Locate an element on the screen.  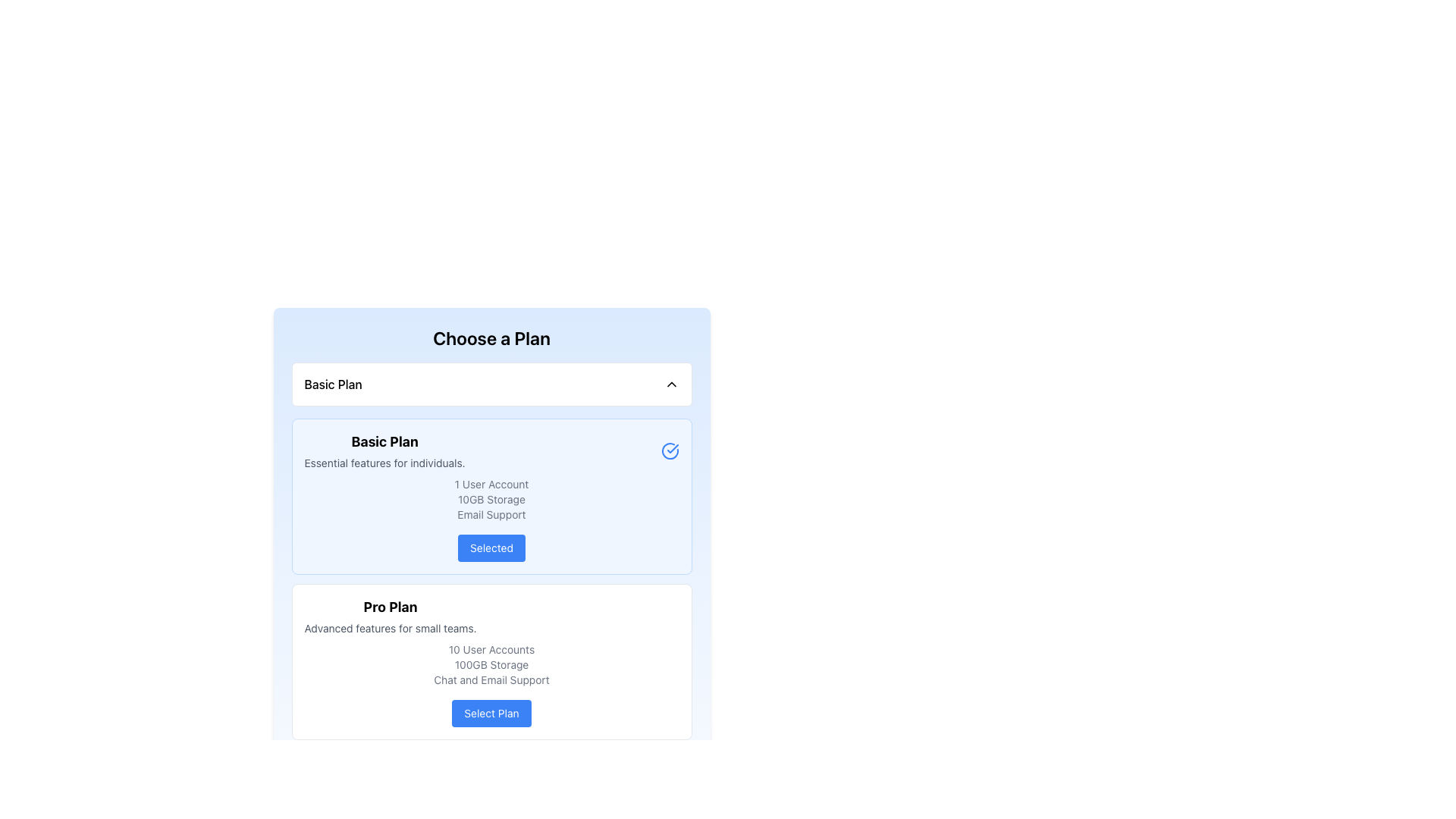
the static label displaying 'Chat and Email Support', which is the third item in the list under the 'Pro Plan' section, located below '100GB Storage' and above the 'Select Plan' button is located at coordinates (491, 679).